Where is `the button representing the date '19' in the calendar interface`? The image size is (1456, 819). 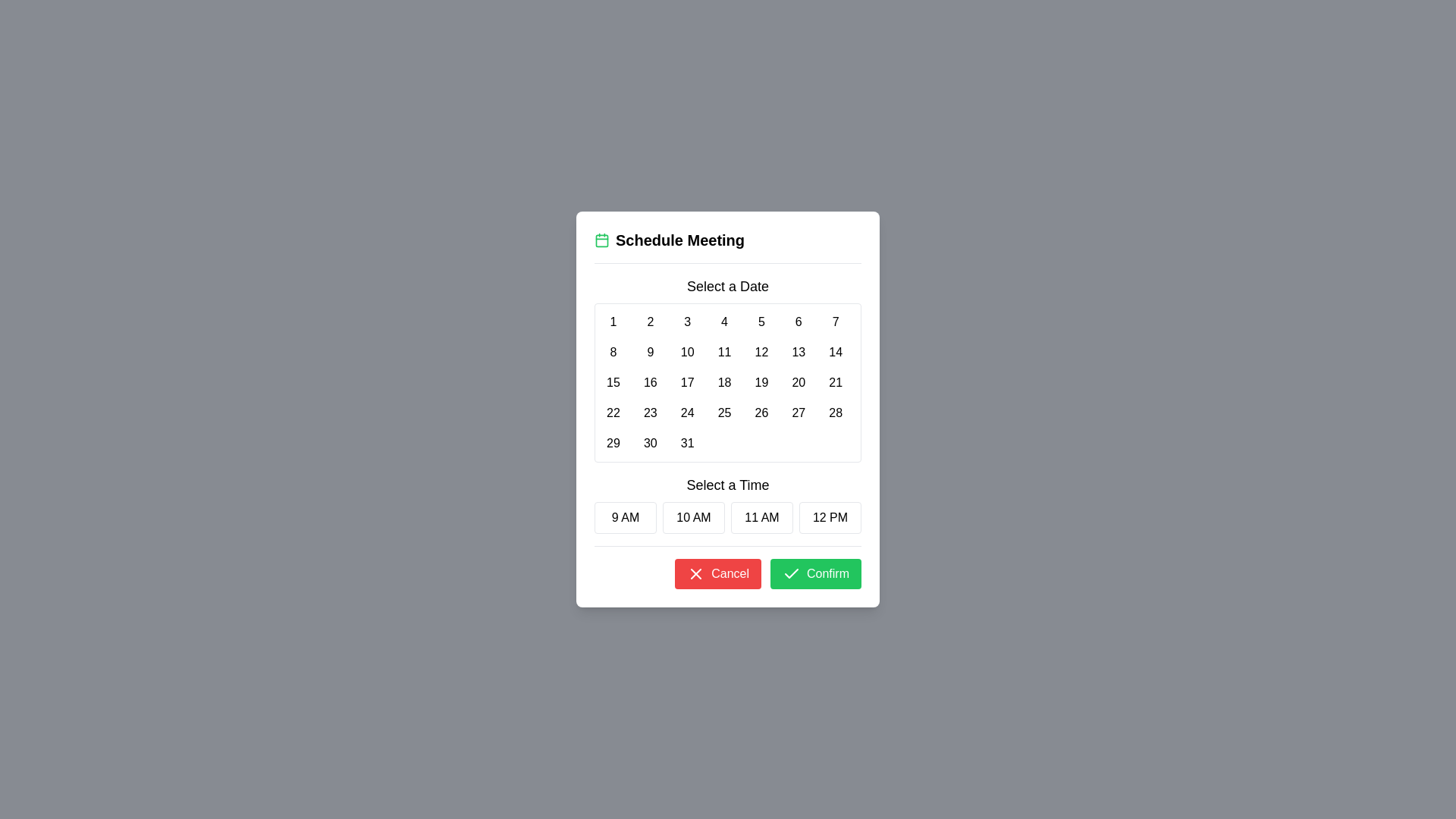 the button representing the date '19' in the calendar interface is located at coordinates (761, 382).